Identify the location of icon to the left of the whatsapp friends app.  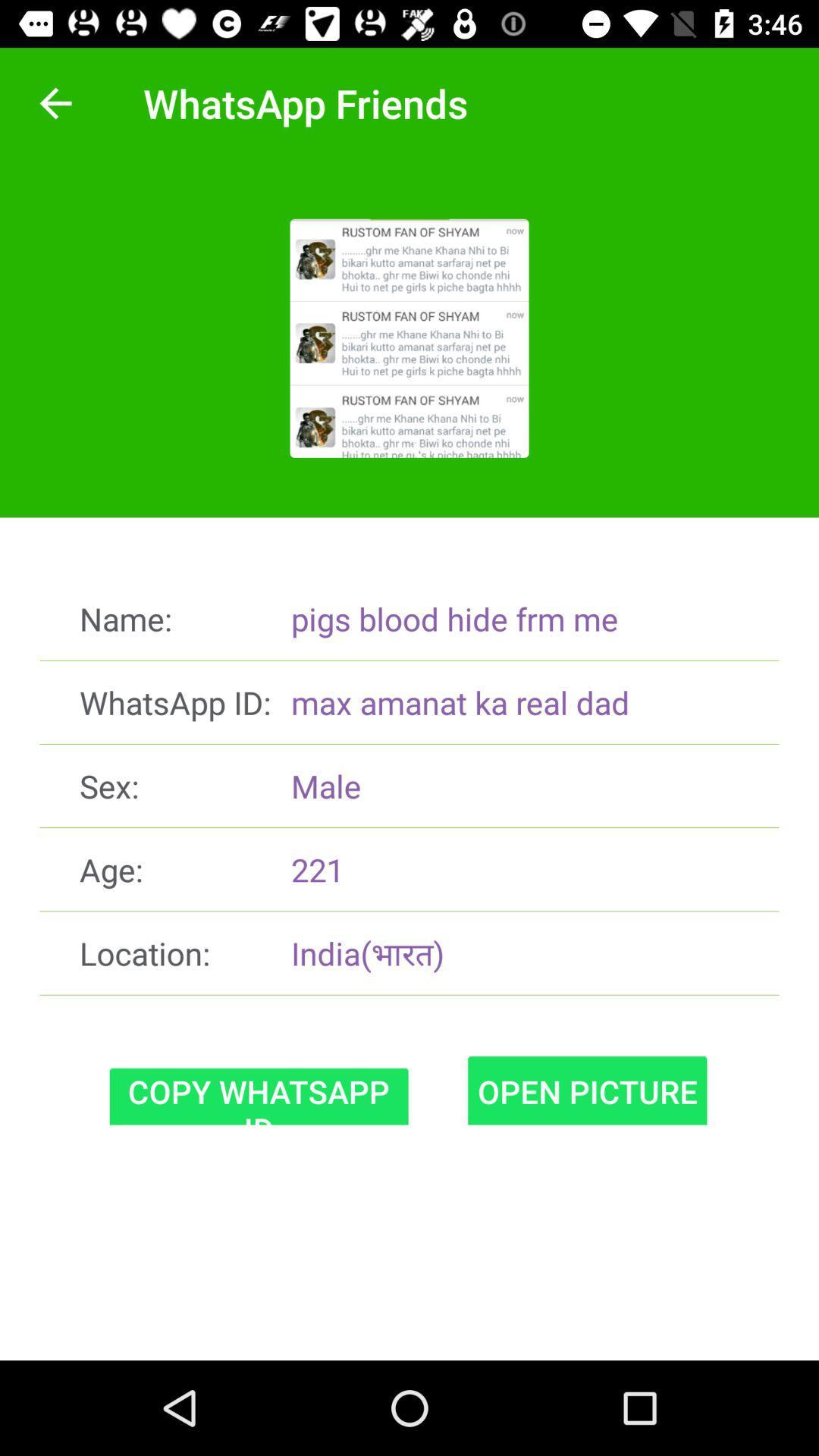
(55, 102).